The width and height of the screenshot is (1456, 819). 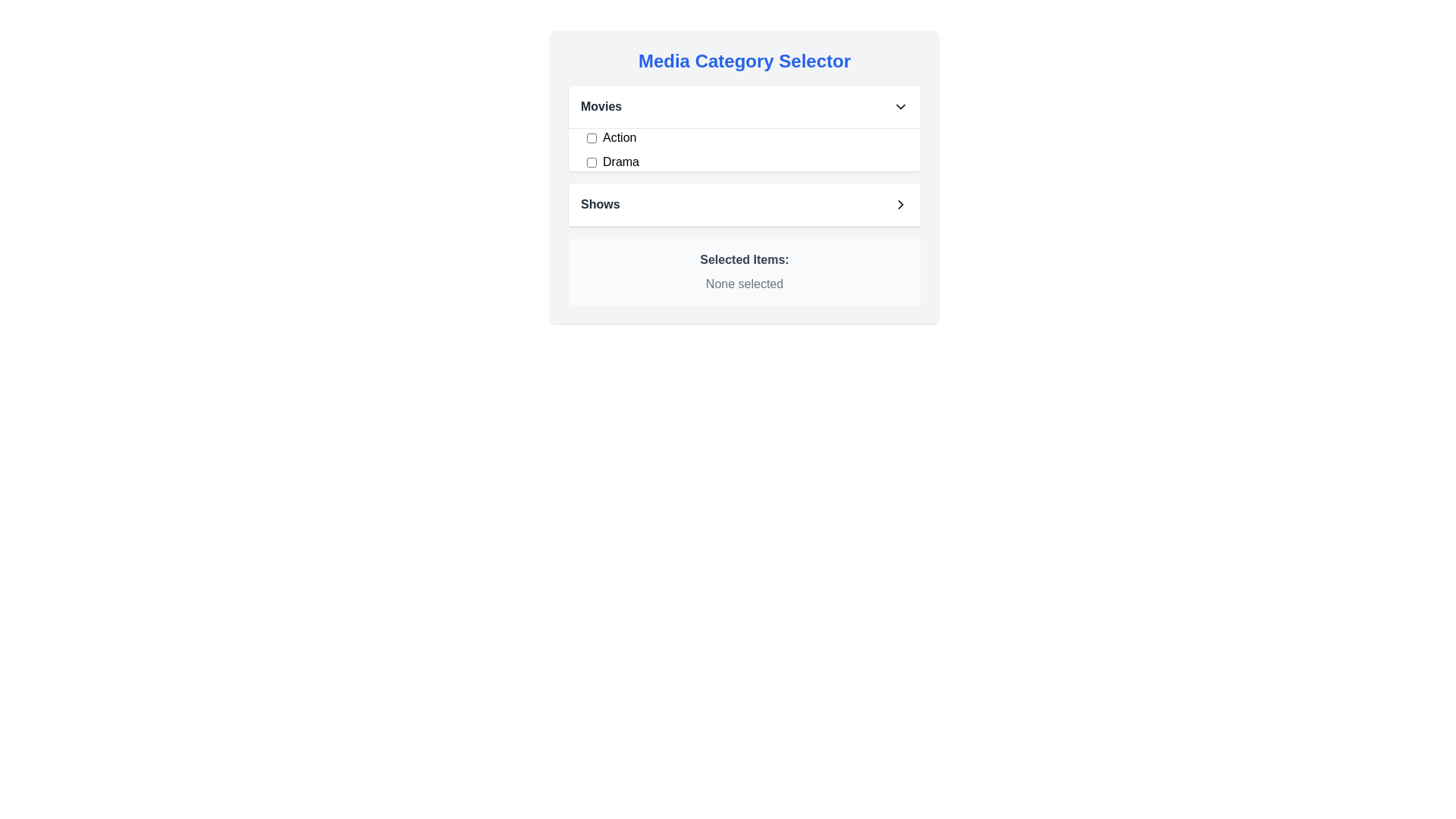 I want to click on the 'Selected Items:' label, which is displayed in bold, dark gray font and is part of the summary section above the 'None selected' text, so click(x=745, y=259).